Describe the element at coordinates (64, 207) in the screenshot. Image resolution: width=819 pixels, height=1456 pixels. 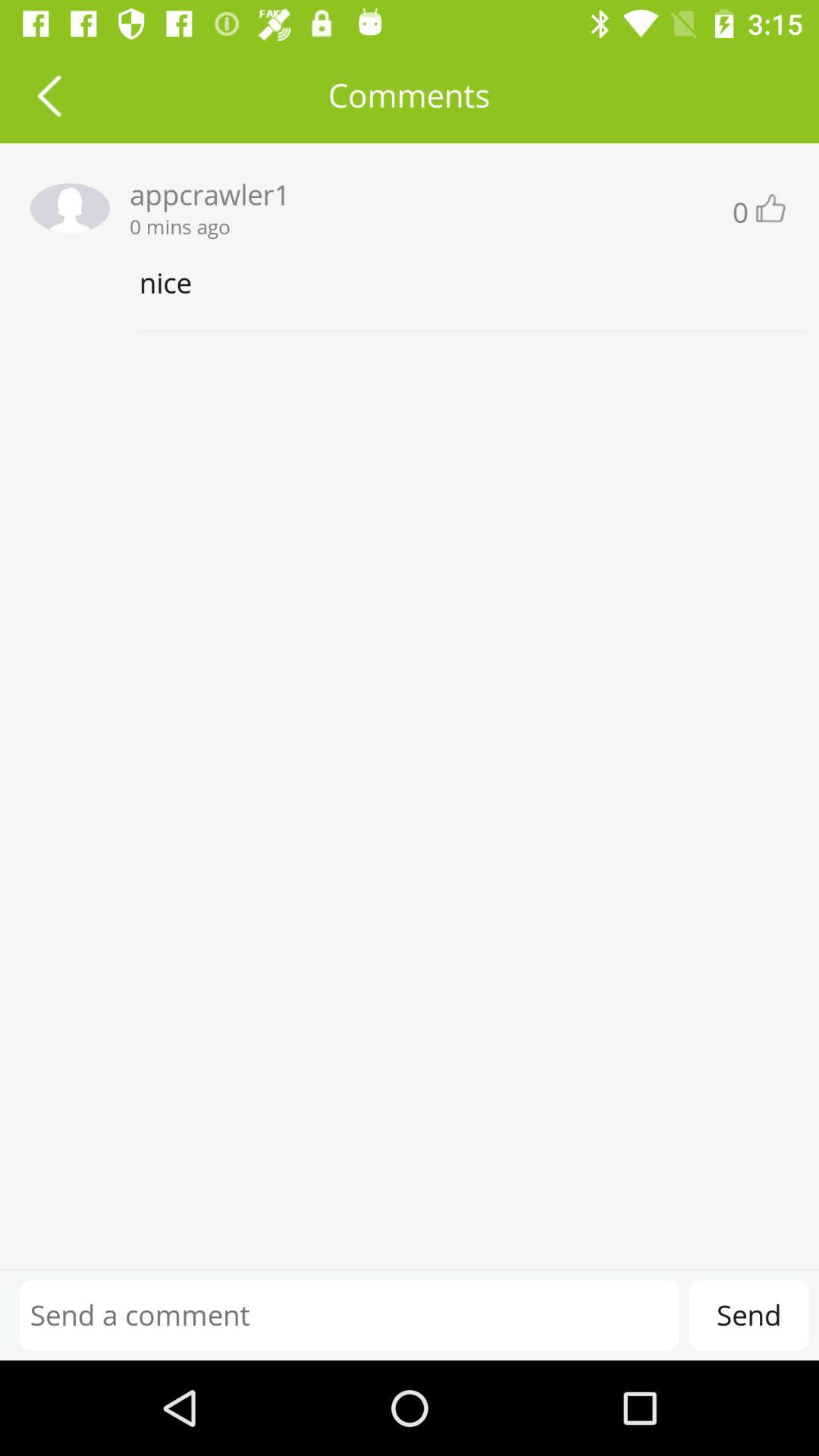
I see `profile` at that location.